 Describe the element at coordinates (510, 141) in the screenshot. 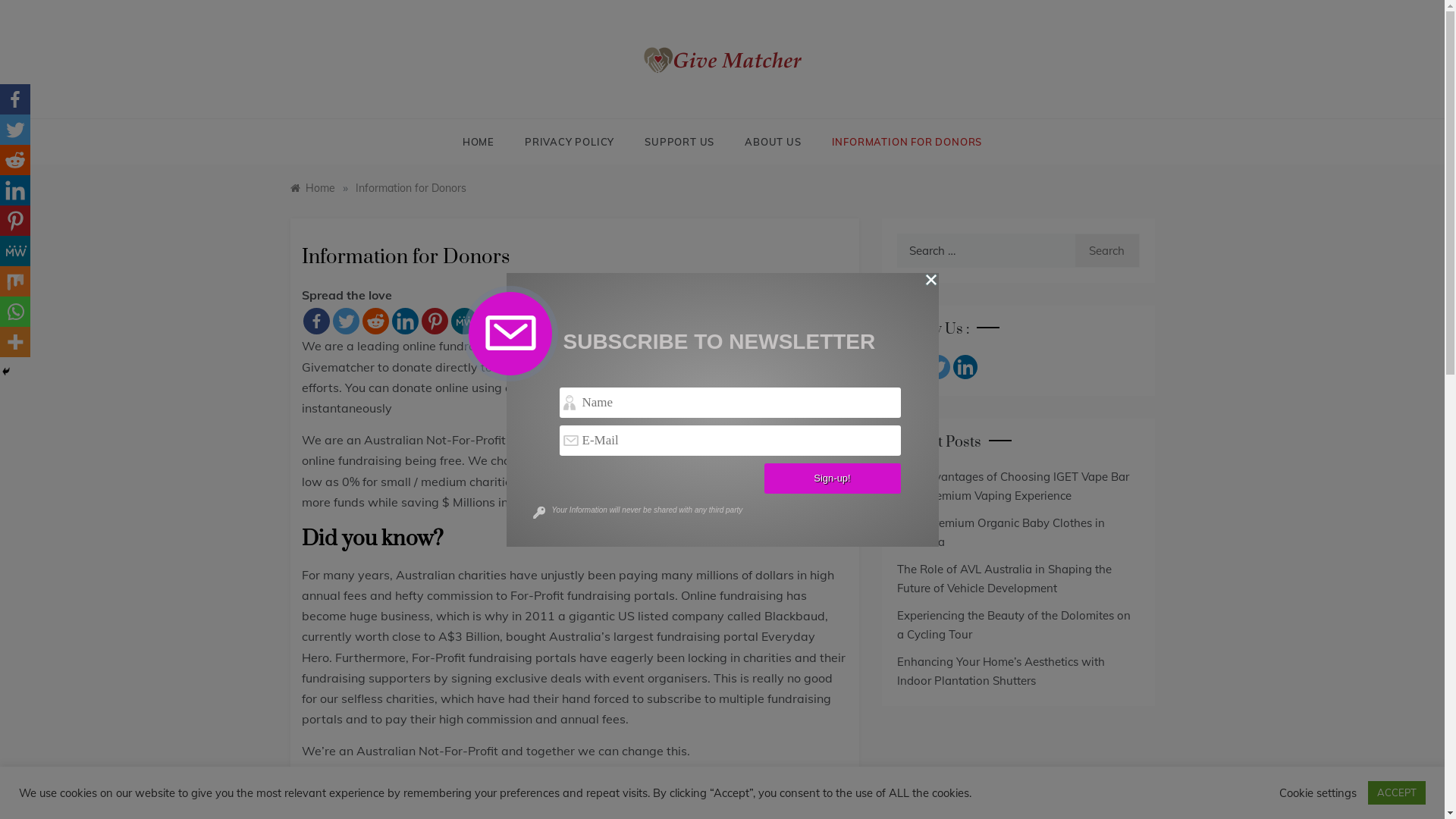

I see `'PRIVACY POLICY'` at that location.